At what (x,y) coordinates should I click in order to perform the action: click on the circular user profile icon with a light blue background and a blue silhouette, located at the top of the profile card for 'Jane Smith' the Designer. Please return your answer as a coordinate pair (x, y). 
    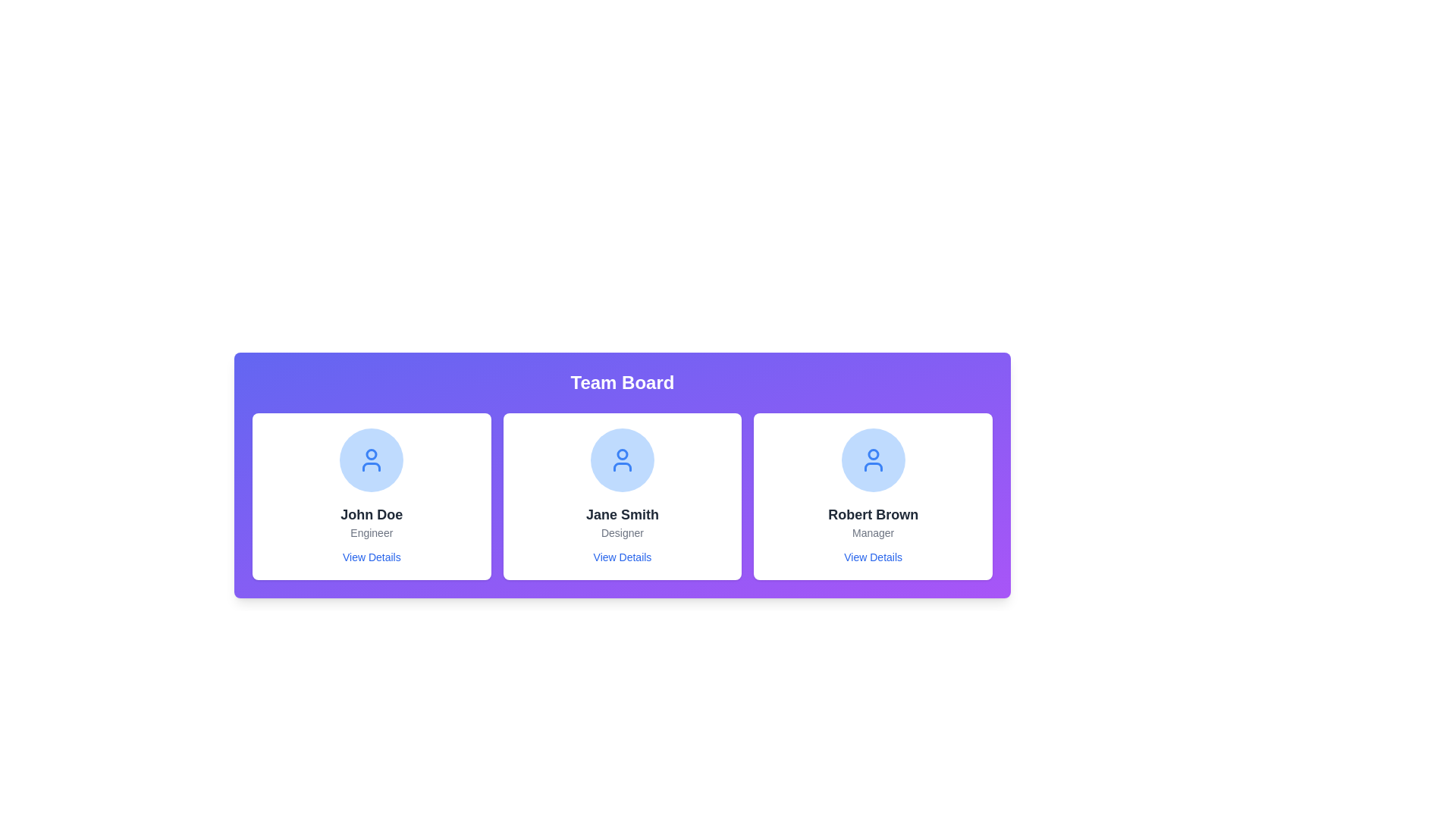
    Looking at the image, I should click on (622, 459).